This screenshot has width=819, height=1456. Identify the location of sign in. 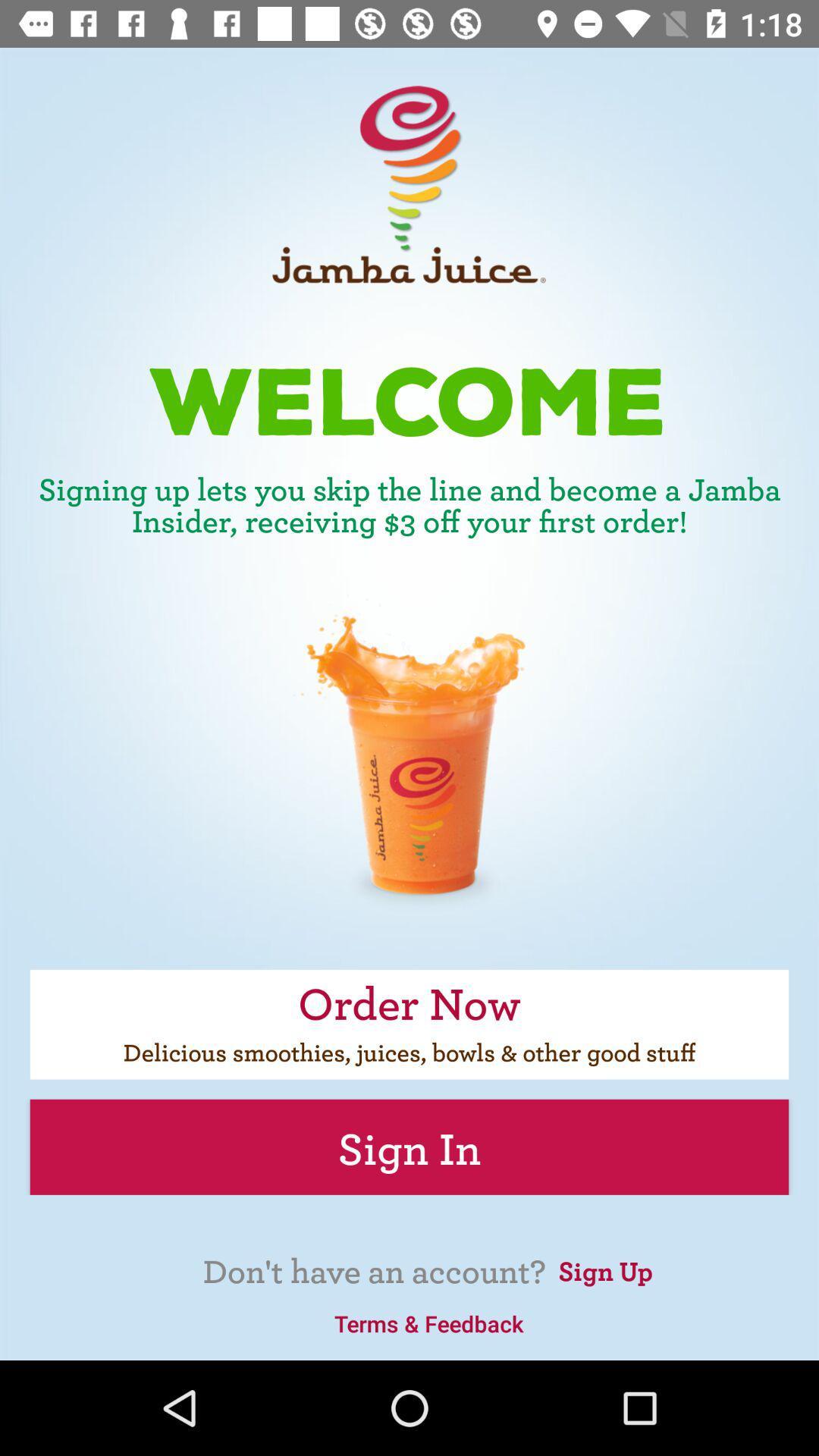
(409, 1147).